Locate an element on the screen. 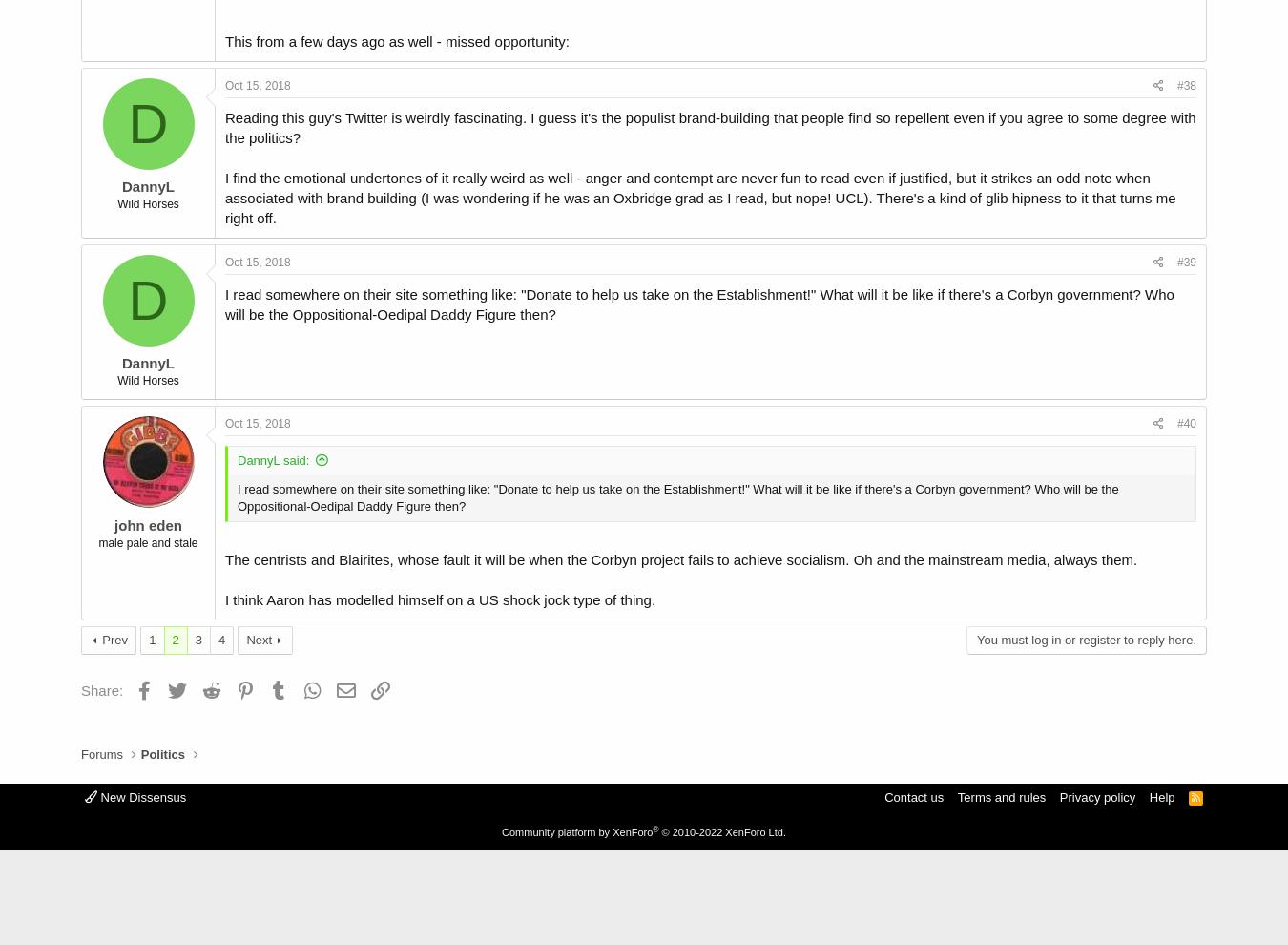 The height and width of the screenshot is (945, 1288). 'Reading this guy's Twitter is weirdly fascinating. I guess it's the populist brand-building that people find so repellent even if you agree to some degree with the politics?' is located at coordinates (709, 125).